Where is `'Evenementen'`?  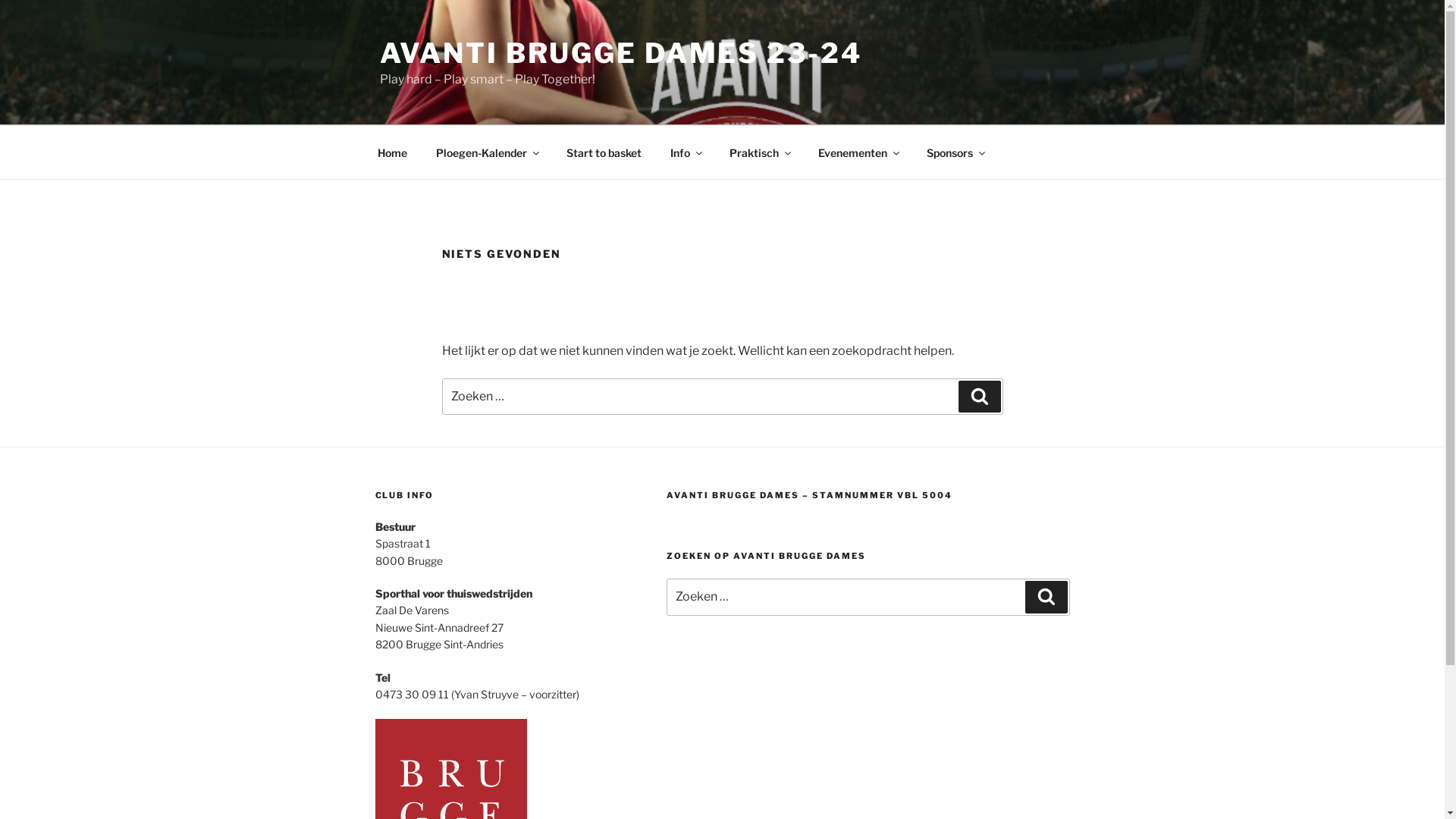 'Evenementen' is located at coordinates (858, 152).